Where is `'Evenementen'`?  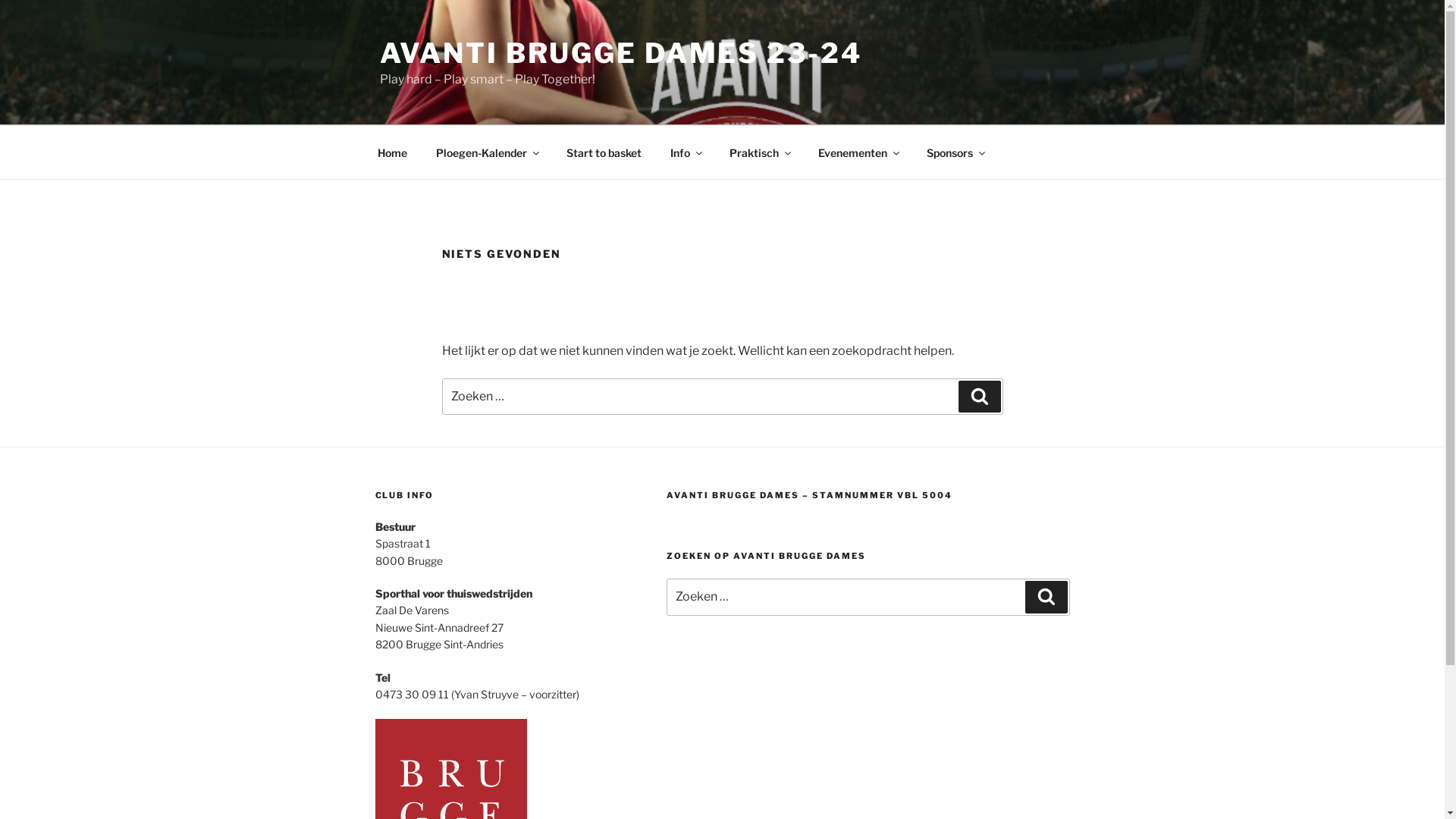 'Evenementen' is located at coordinates (858, 152).